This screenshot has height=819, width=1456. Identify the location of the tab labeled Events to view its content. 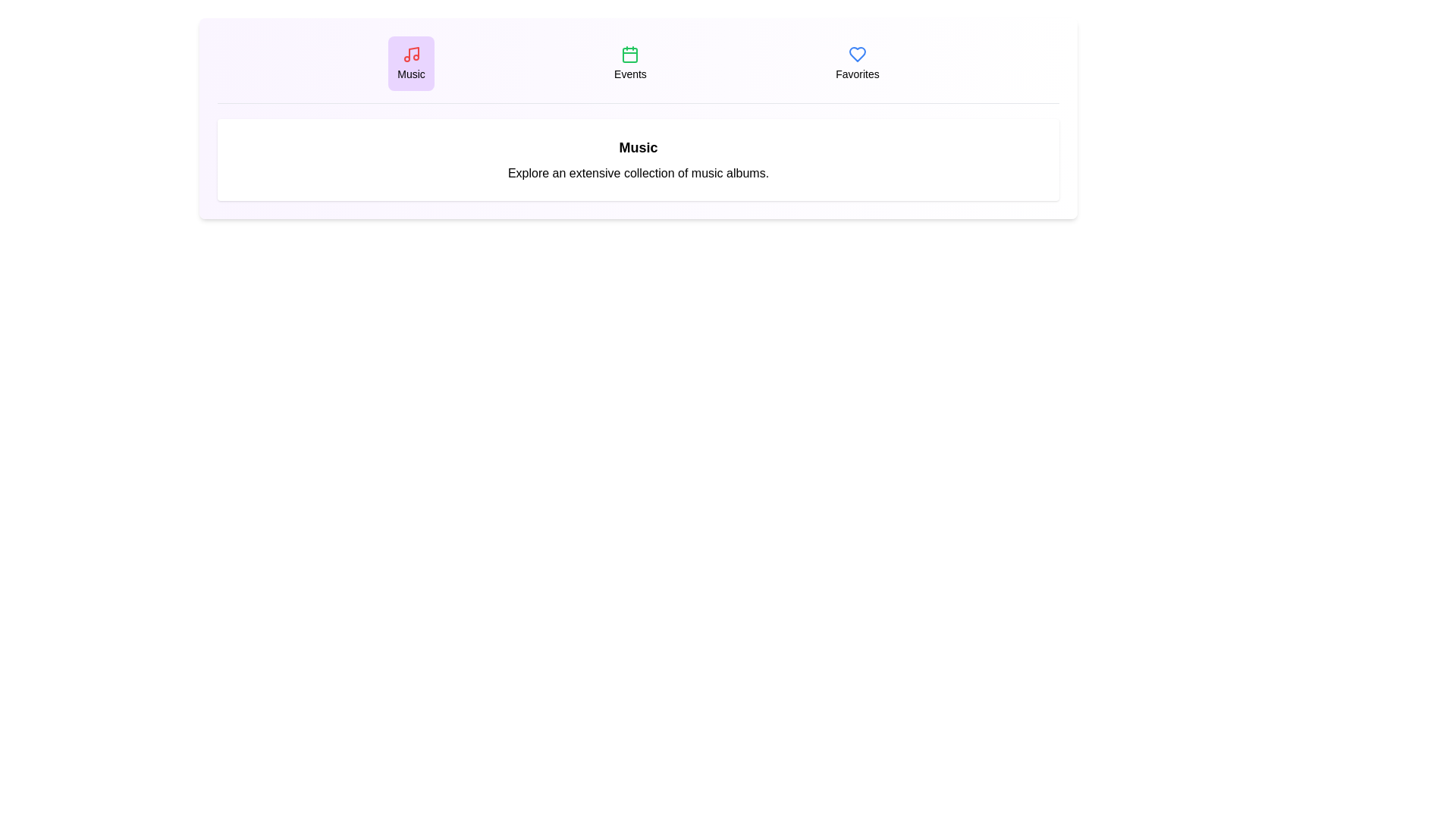
(630, 63).